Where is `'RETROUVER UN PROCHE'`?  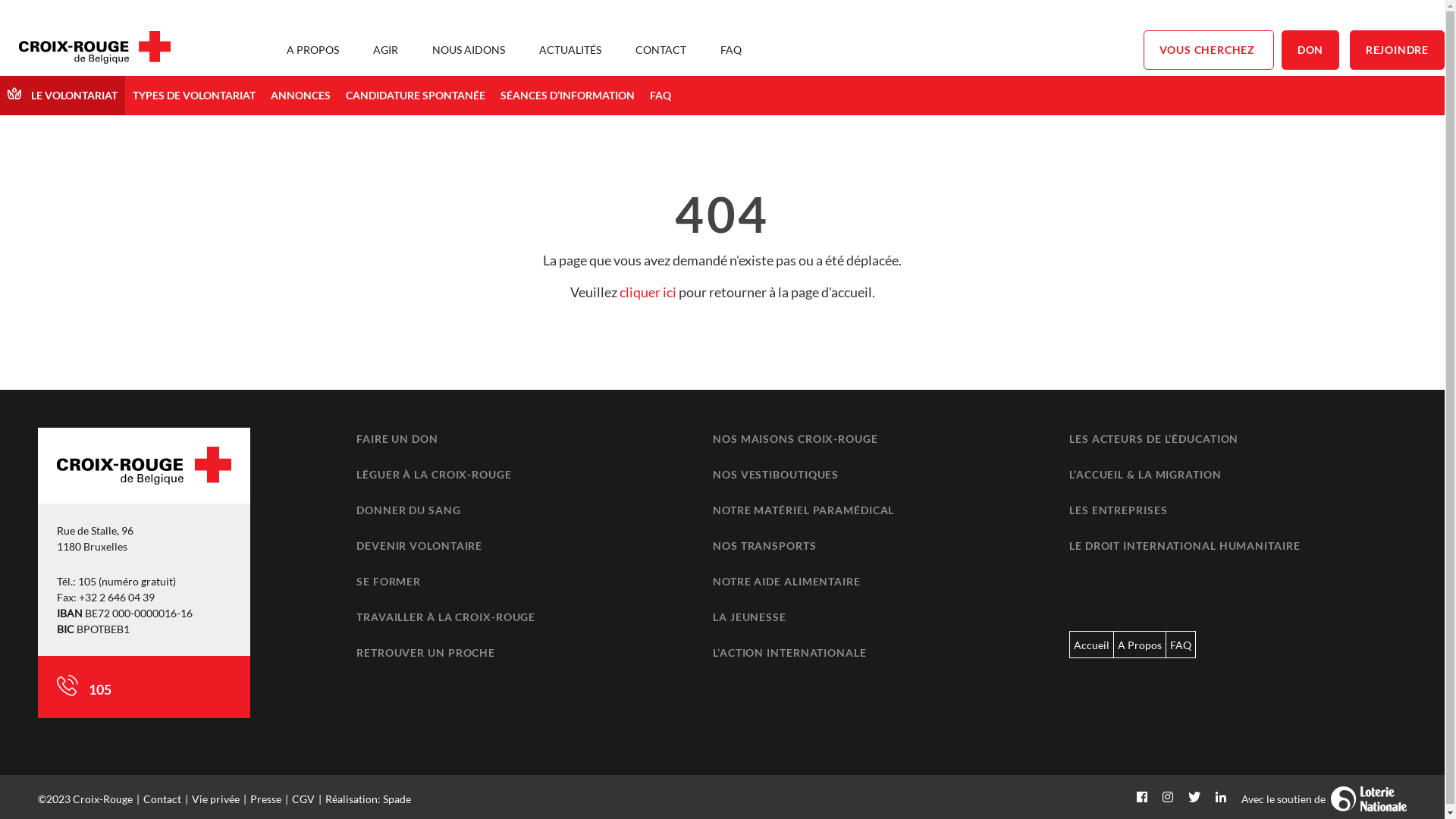 'RETROUVER UN PROCHE' is located at coordinates (425, 651).